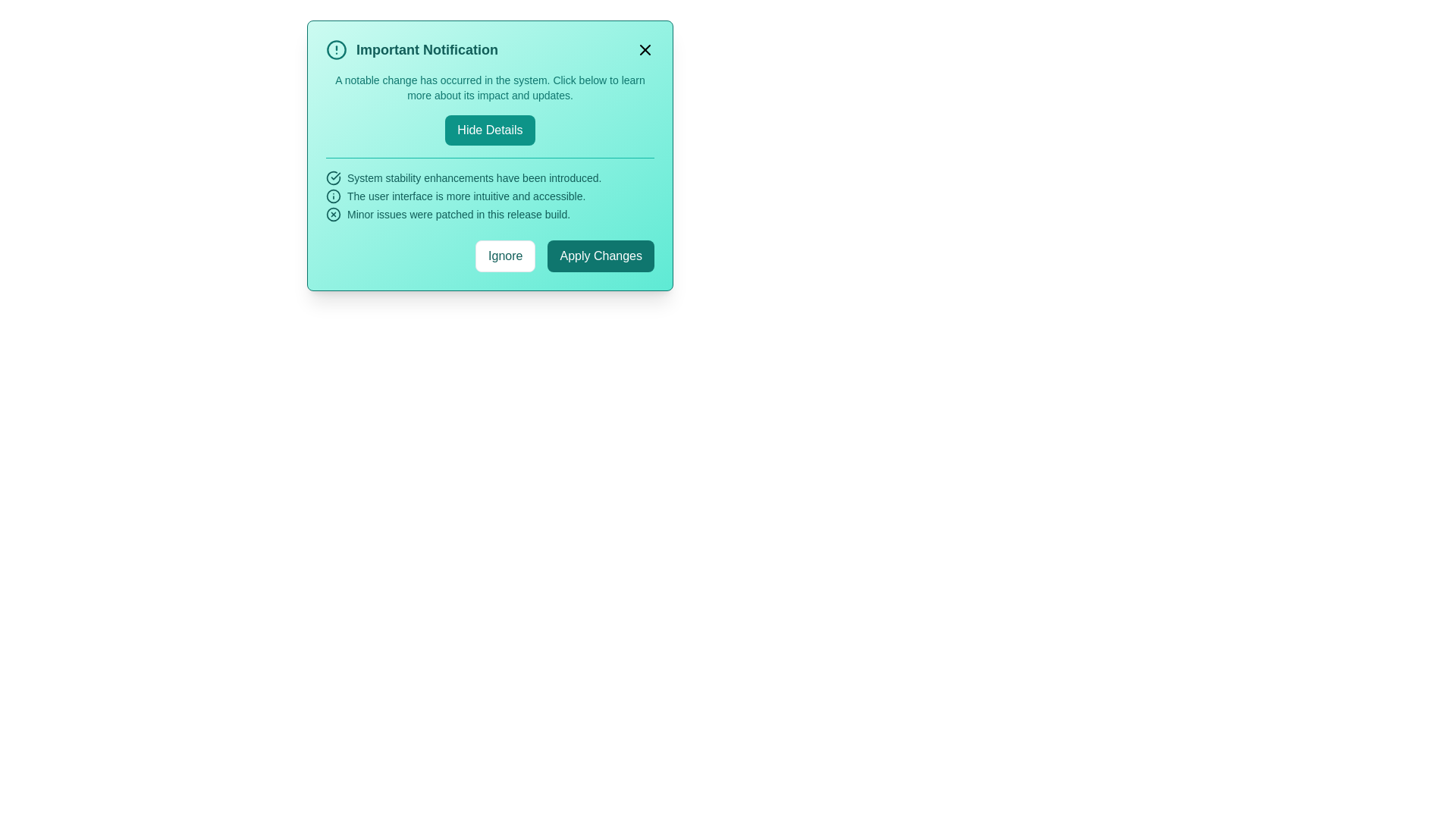  Describe the element at coordinates (490, 195) in the screenshot. I see `the Text Label that states 'The user interface is more intuitive and accessible.' which is styled with a teal font and located in the middle of a vertical list within a teal notification box` at that location.